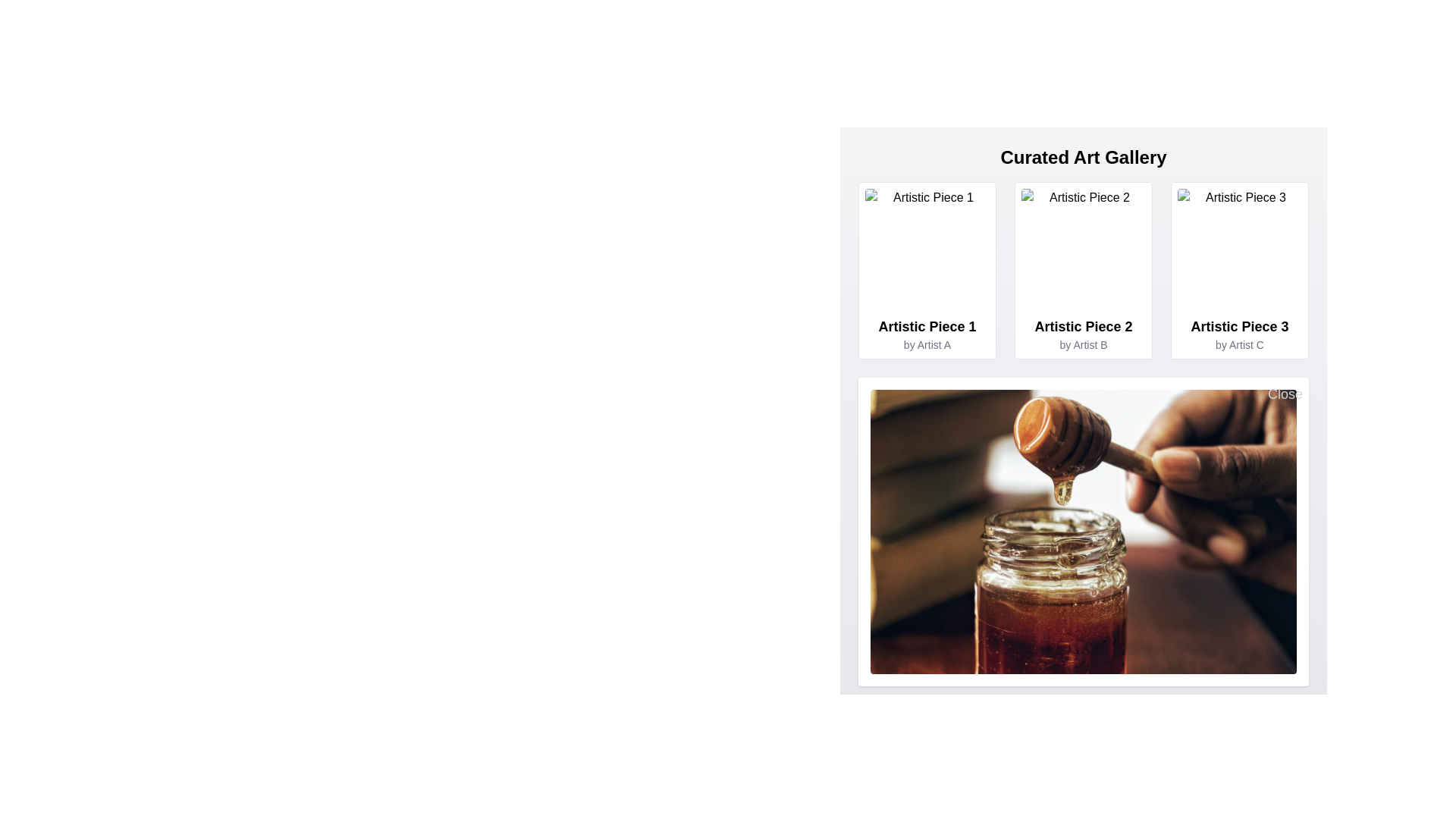  I want to click on the attribution label for 'Artist C' located beneath the title 'Artistic Piece 3' within the rightmost card of the 'Curated Art Gallery' section, so click(1240, 345).